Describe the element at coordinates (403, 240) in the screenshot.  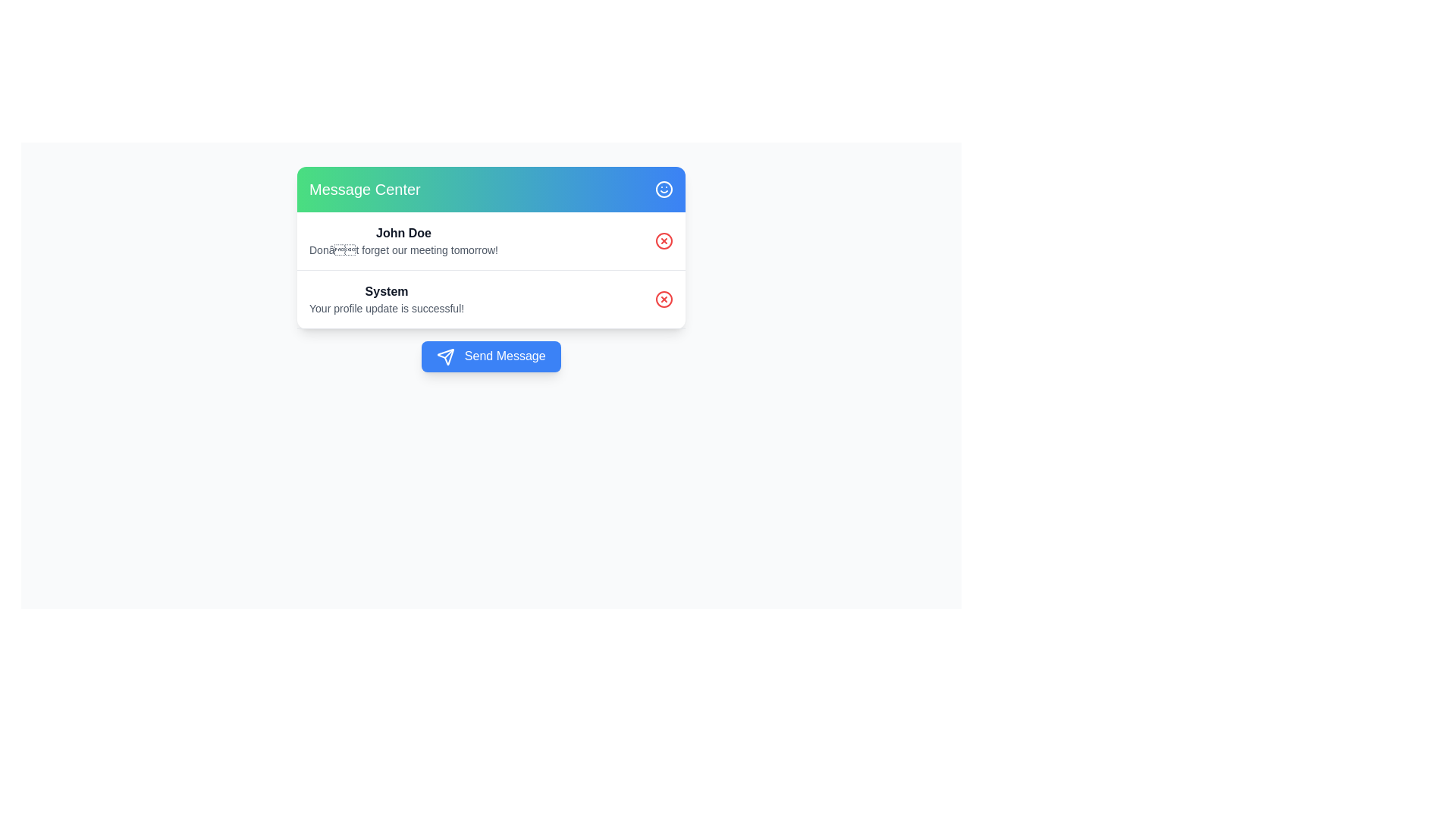
I see `the text display element containing the bolded name 'John Doe' and the message 'Don’t forget our meeting tomorrow!' located in the 'Message Center'` at that location.